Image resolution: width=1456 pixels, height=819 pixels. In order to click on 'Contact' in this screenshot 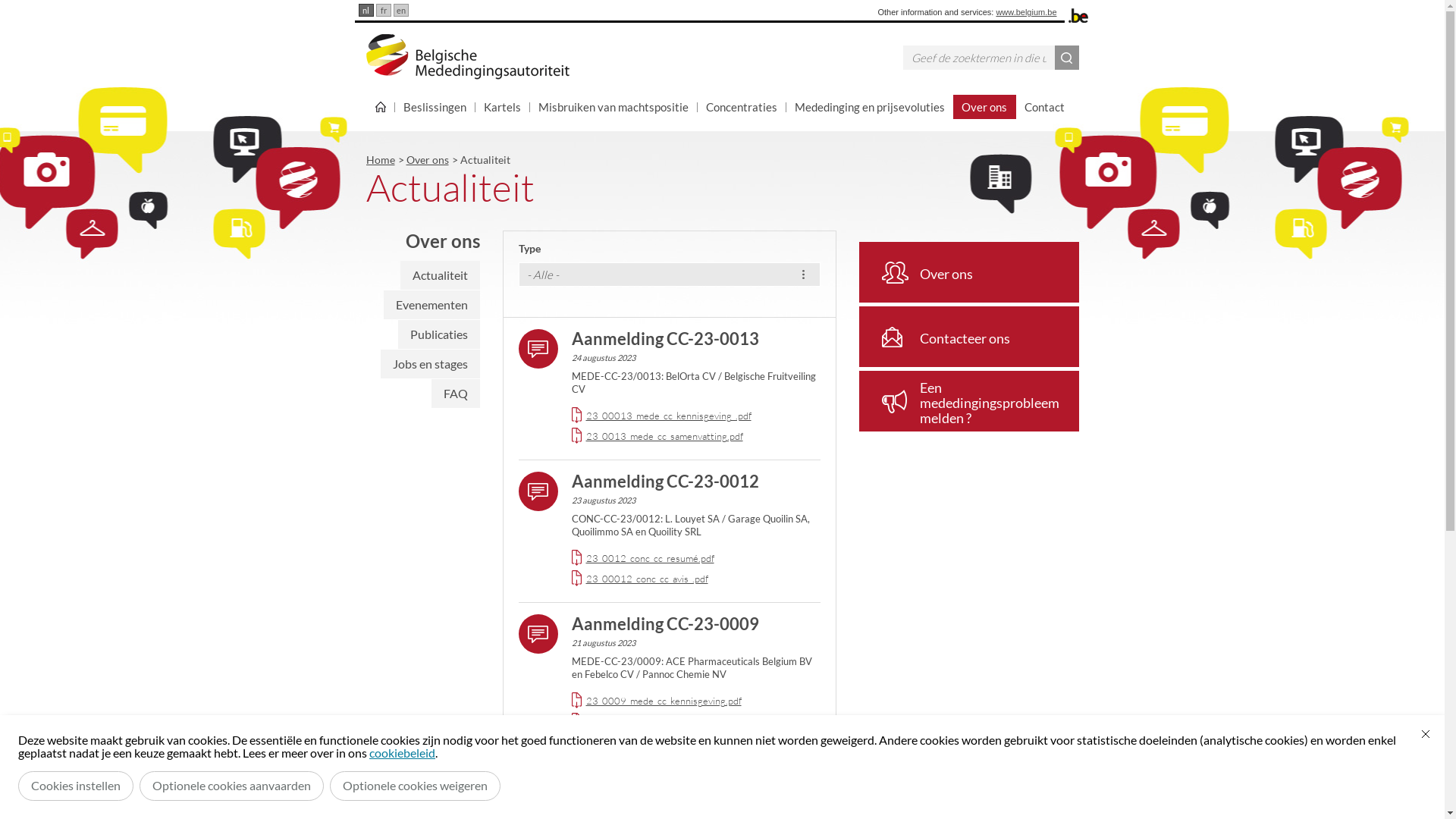, I will do `click(1043, 106)`.